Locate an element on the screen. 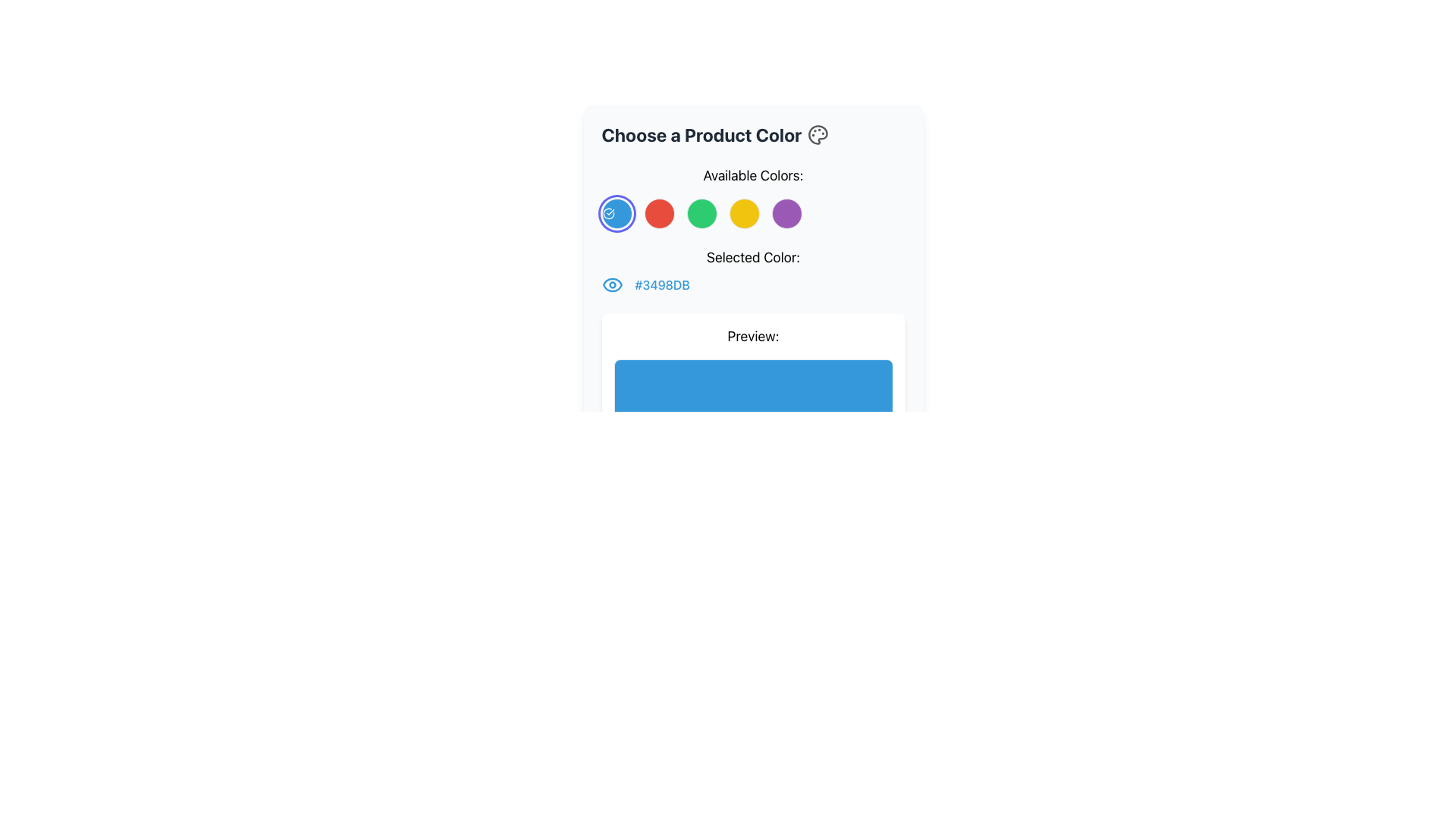 Image resolution: width=1456 pixels, height=819 pixels. the fifth circular button with a solid purple background in the 'Available Colors' layout is located at coordinates (786, 213).